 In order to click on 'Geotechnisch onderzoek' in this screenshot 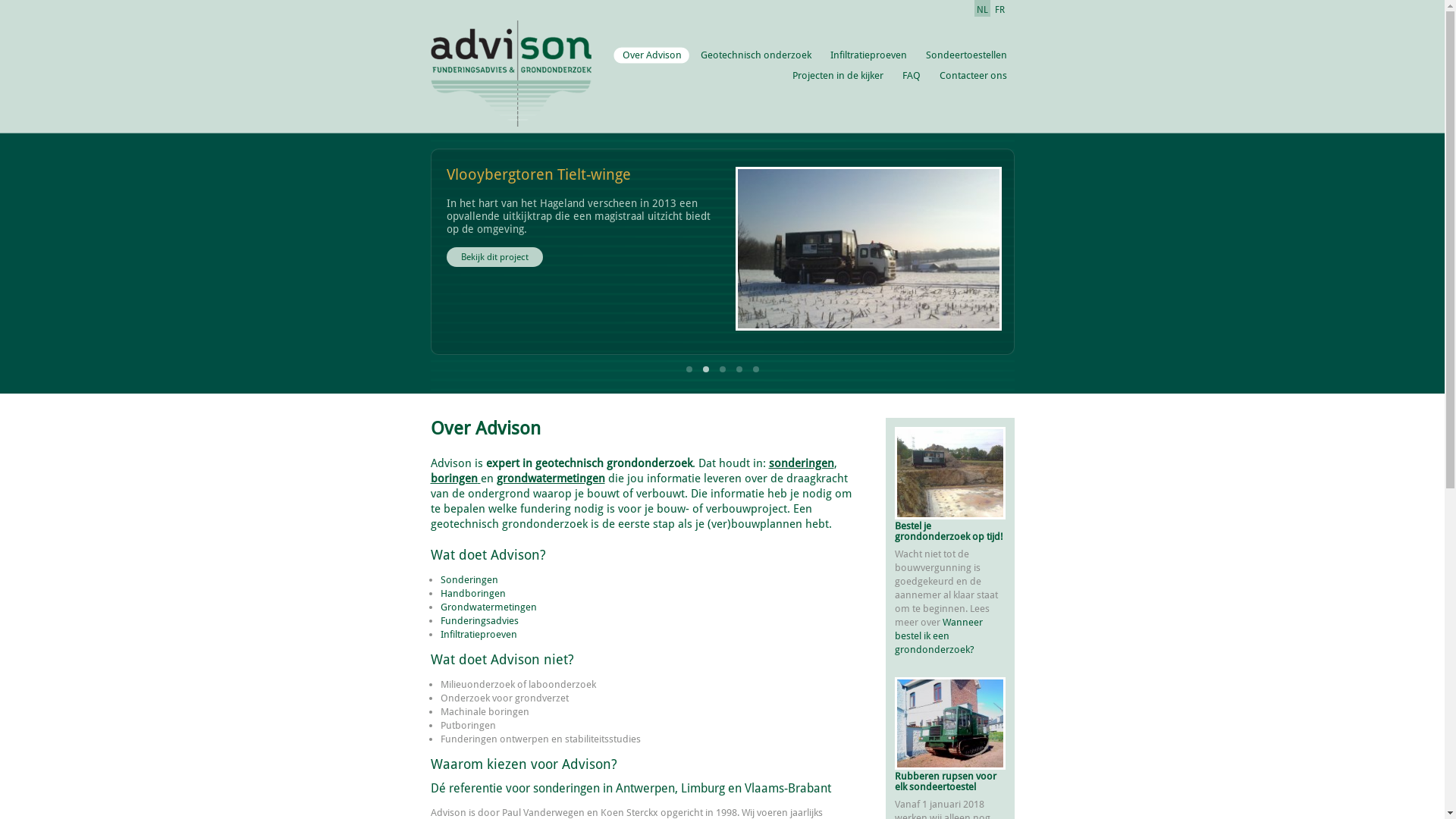, I will do `click(691, 55)`.